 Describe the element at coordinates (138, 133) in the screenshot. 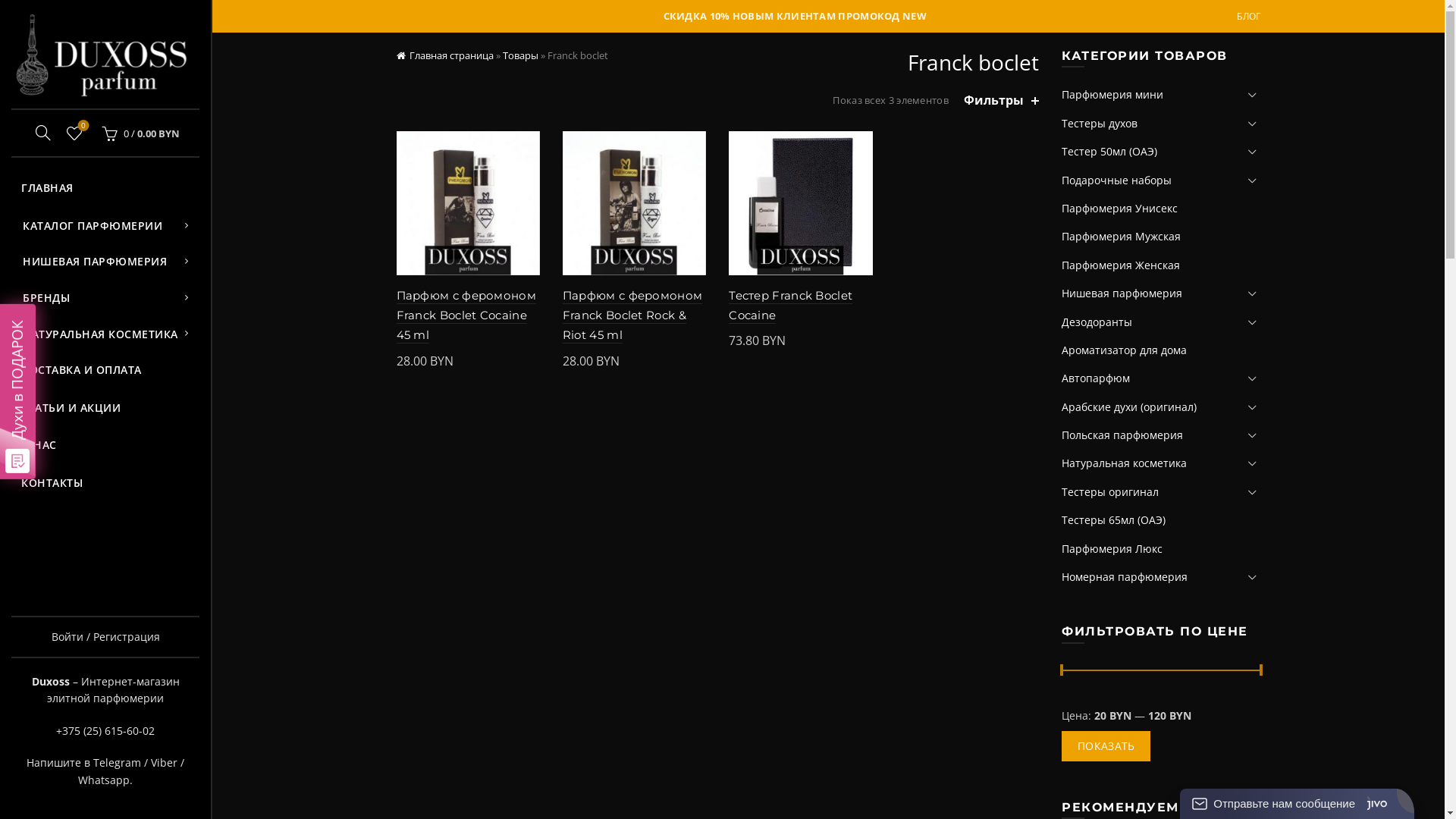

I see `'0 / 0.00 BYN'` at that location.